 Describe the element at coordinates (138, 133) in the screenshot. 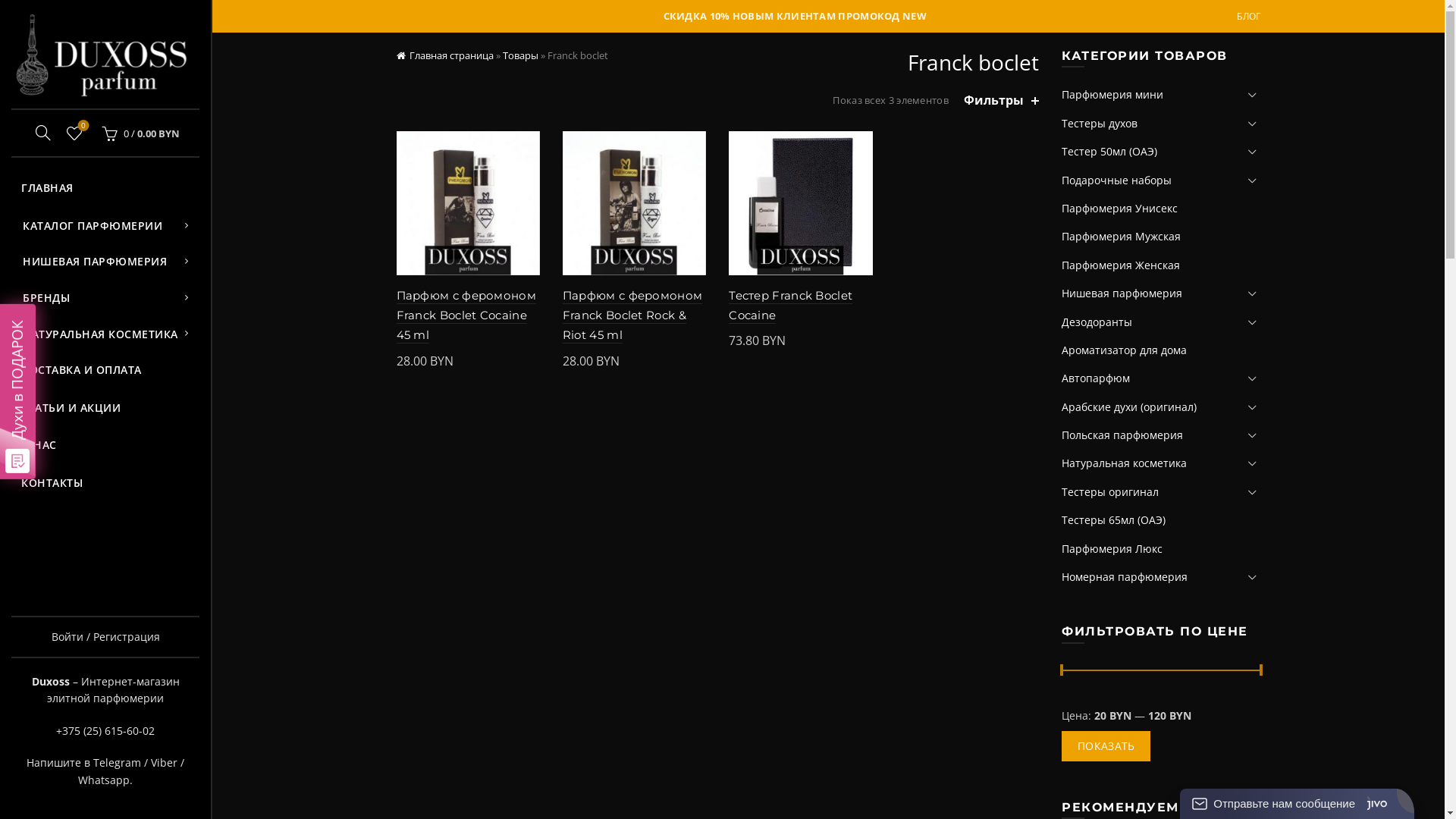

I see `'0 / 0.00 BYN'` at that location.